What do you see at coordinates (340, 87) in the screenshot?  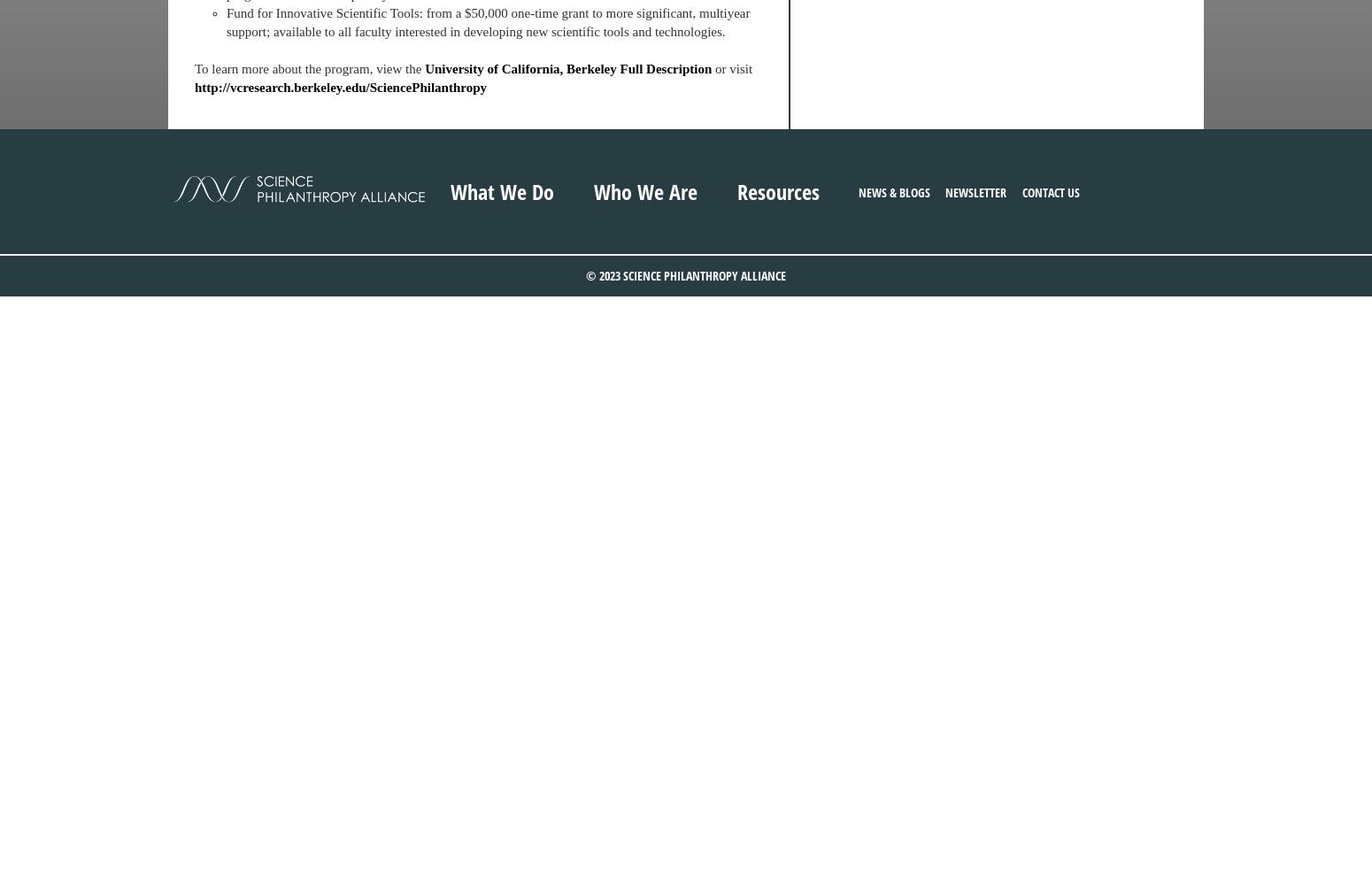 I see `'http://vcresearch.berkeley.edu/SciencePhilanthropy'` at bounding box center [340, 87].